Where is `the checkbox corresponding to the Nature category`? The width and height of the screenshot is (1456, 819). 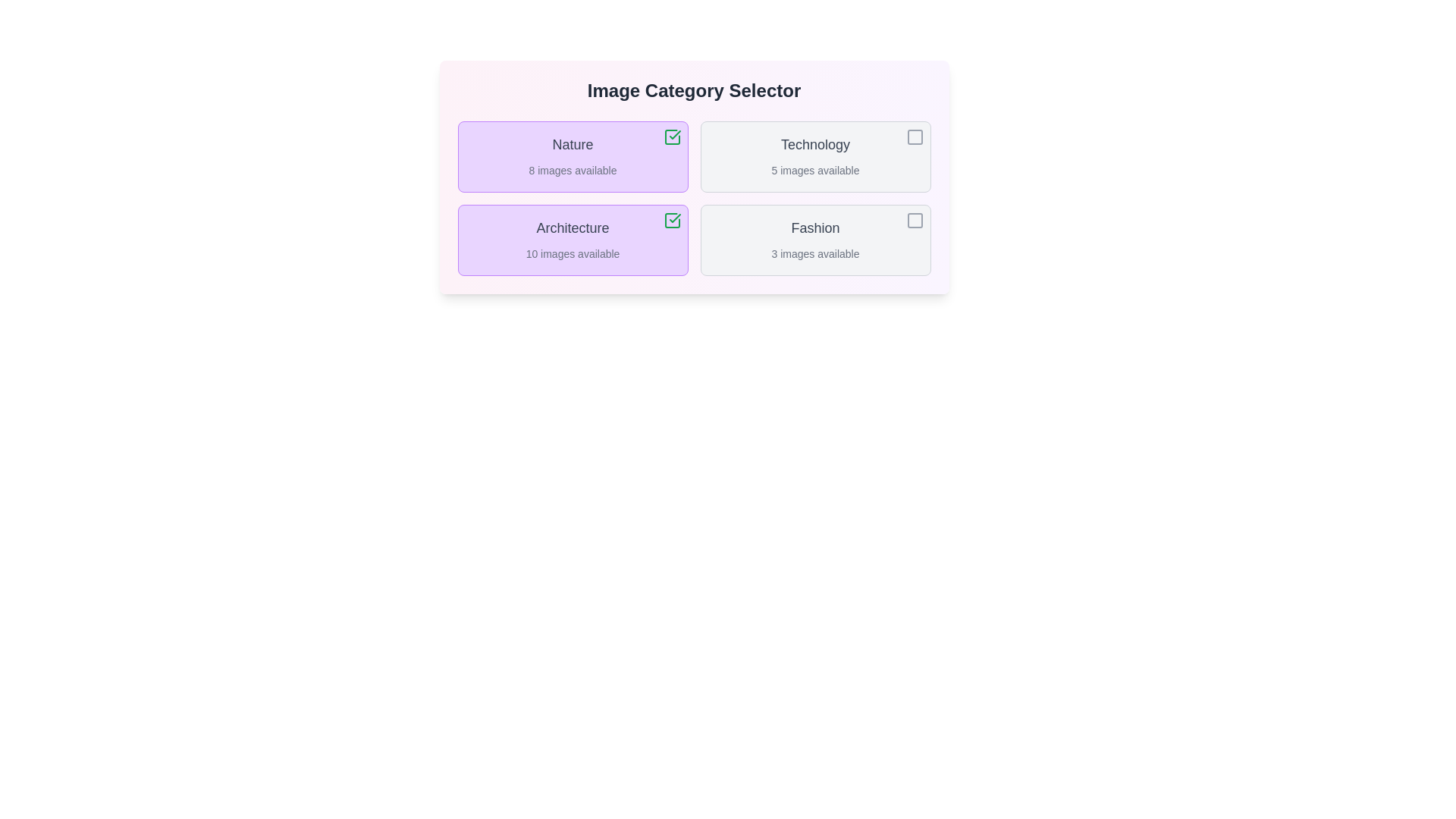 the checkbox corresponding to the Nature category is located at coordinates (671, 137).